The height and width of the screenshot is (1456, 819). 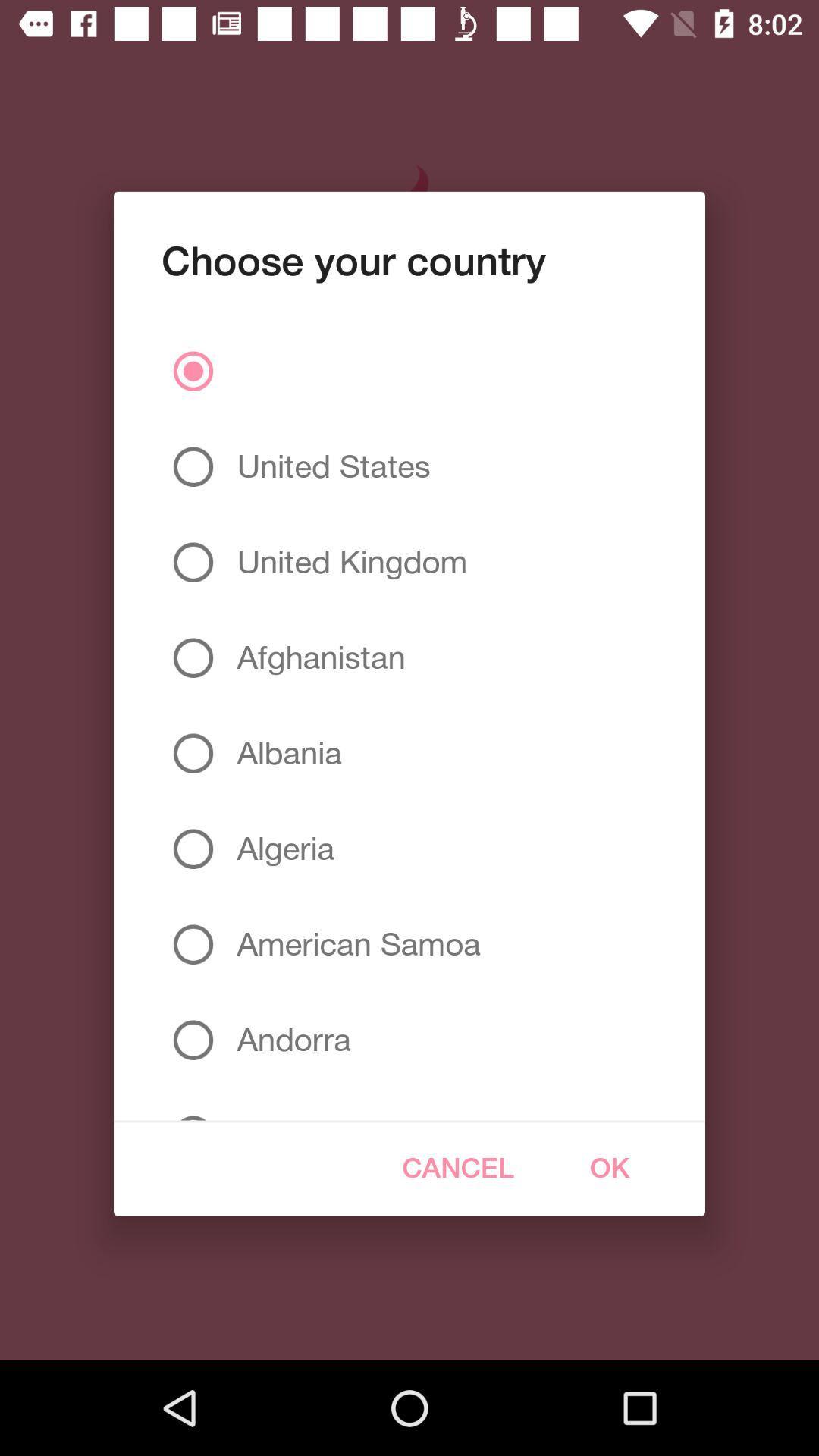 I want to click on the albania item, so click(x=283, y=753).